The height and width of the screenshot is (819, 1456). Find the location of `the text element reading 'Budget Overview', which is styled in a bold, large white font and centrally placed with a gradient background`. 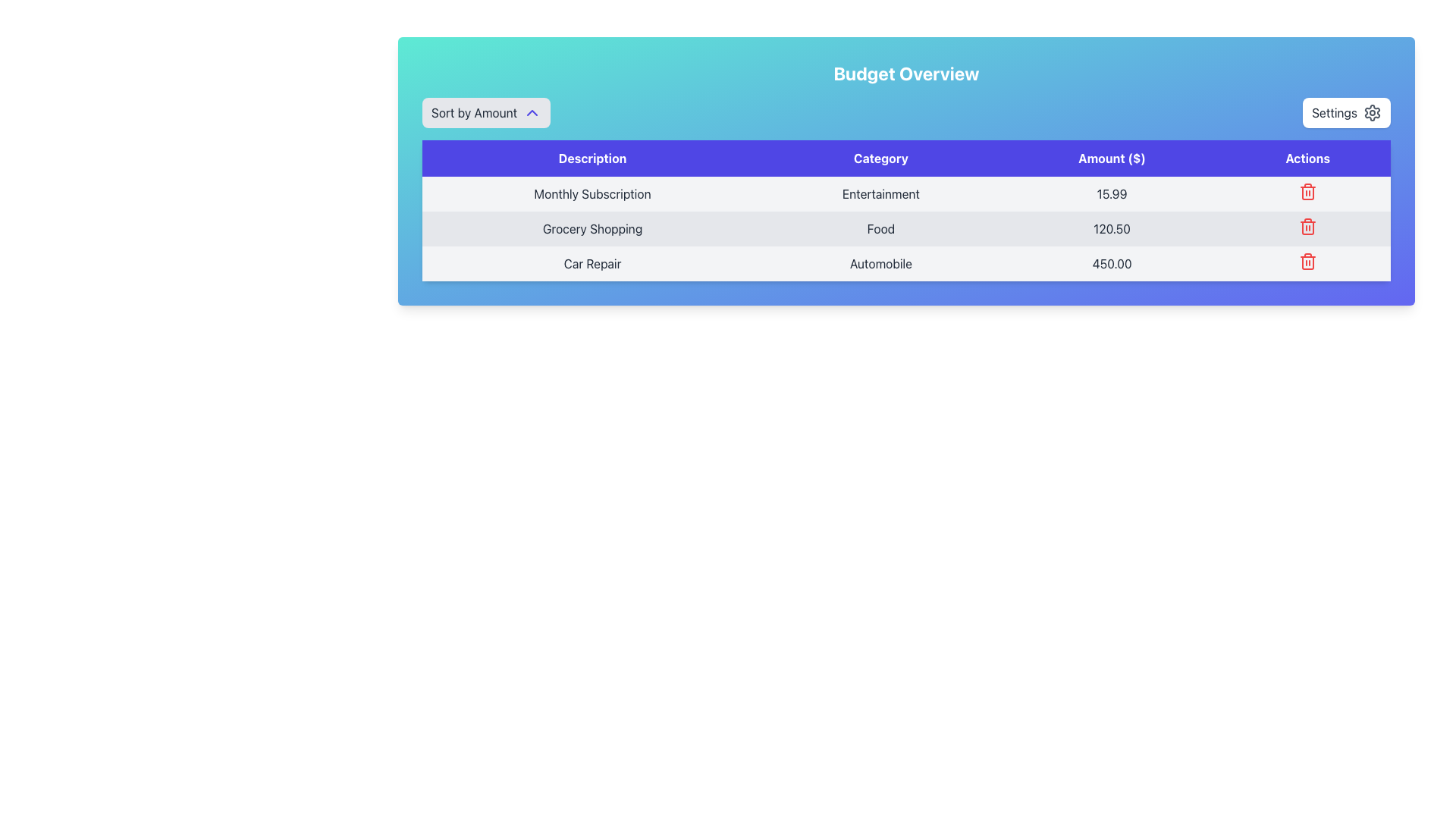

the text element reading 'Budget Overview', which is styled in a bold, large white font and centrally placed with a gradient background is located at coordinates (906, 73).